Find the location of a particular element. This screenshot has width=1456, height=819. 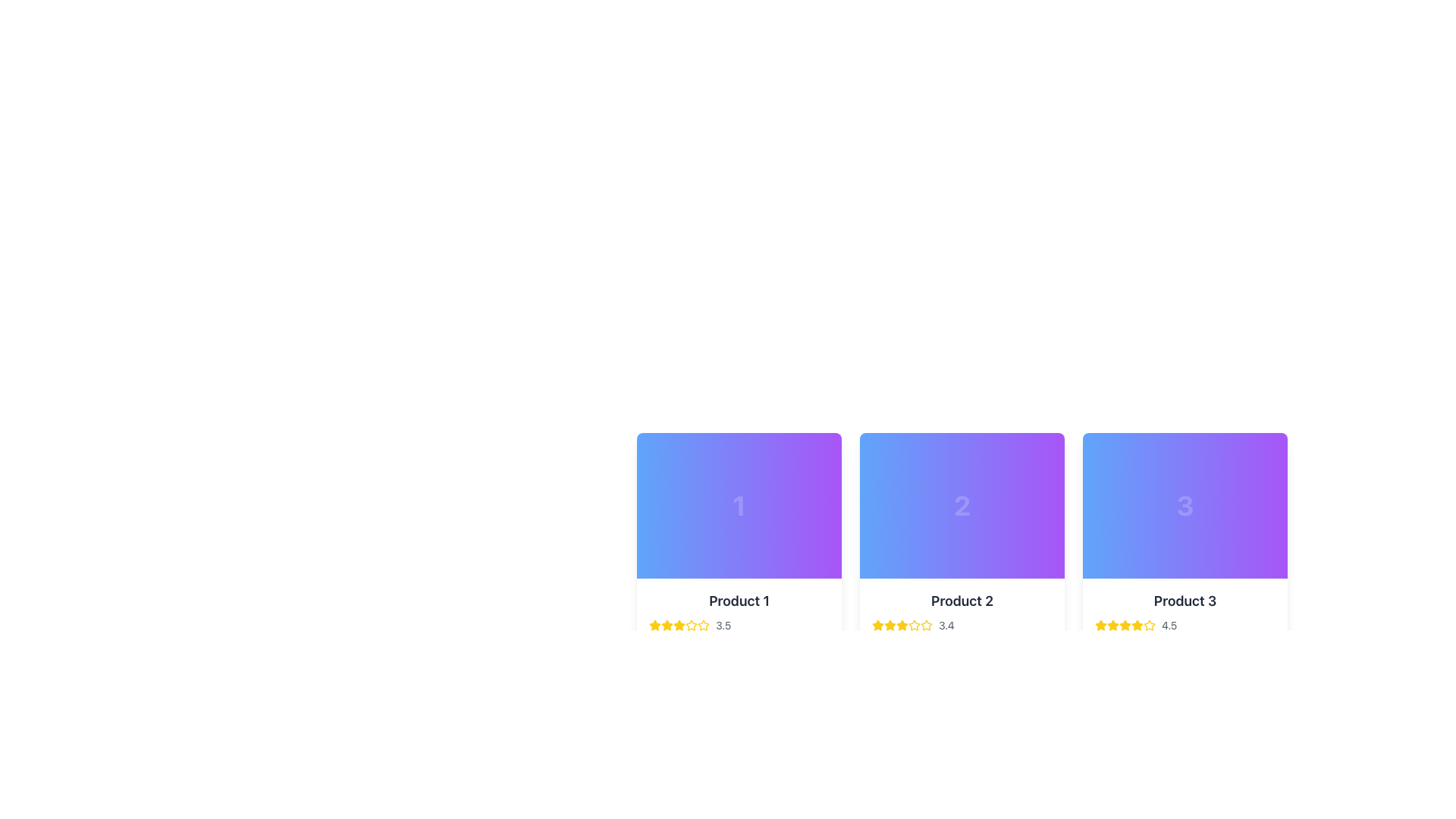

the second star-shaped rating icon located directly below 'Product 2' is located at coordinates (877, 625).